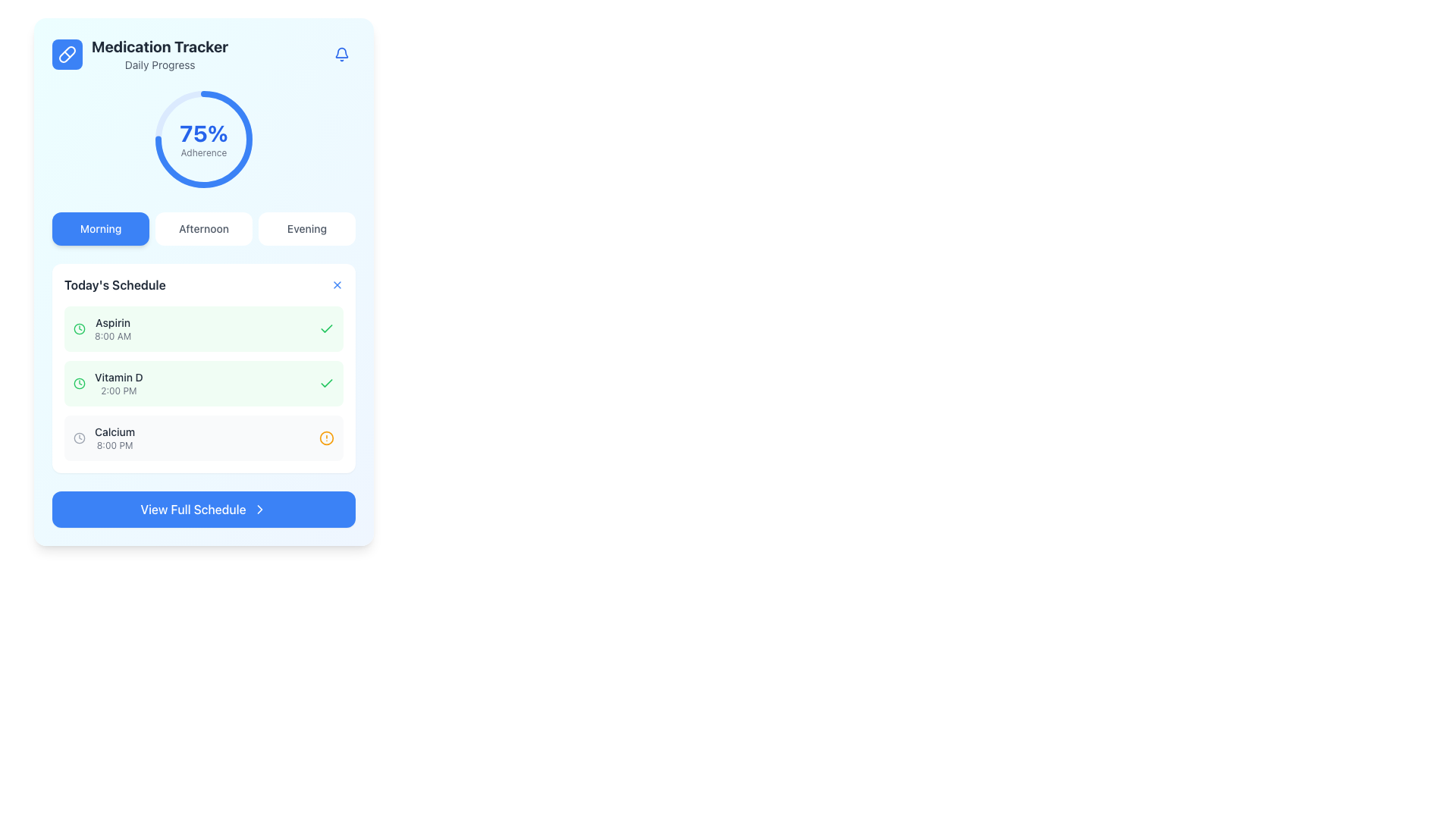 This screenshot has width=1456, height=819. I want to click on the static text heading that reads 'Today's Schedule', which is styled in bold dark gray and prominently displayed at the top of a card-like section, so click(114, 284).